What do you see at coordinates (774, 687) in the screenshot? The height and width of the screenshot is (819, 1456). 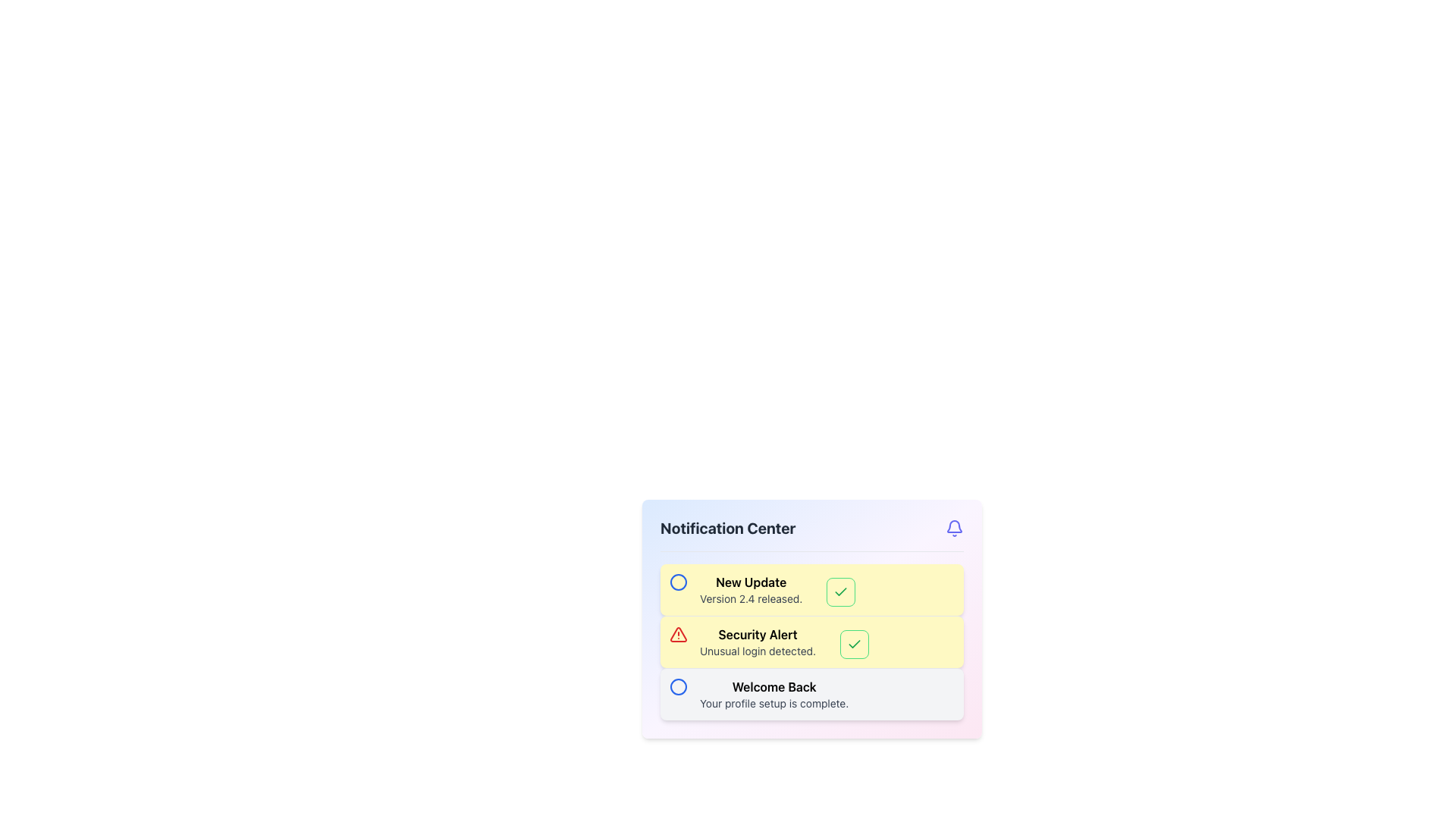 I see `the content of the welcome message Text Label located at the bottom of the notification card, which indicates that 'Your profile setup is complete.'` at bounding box center [774, 687].